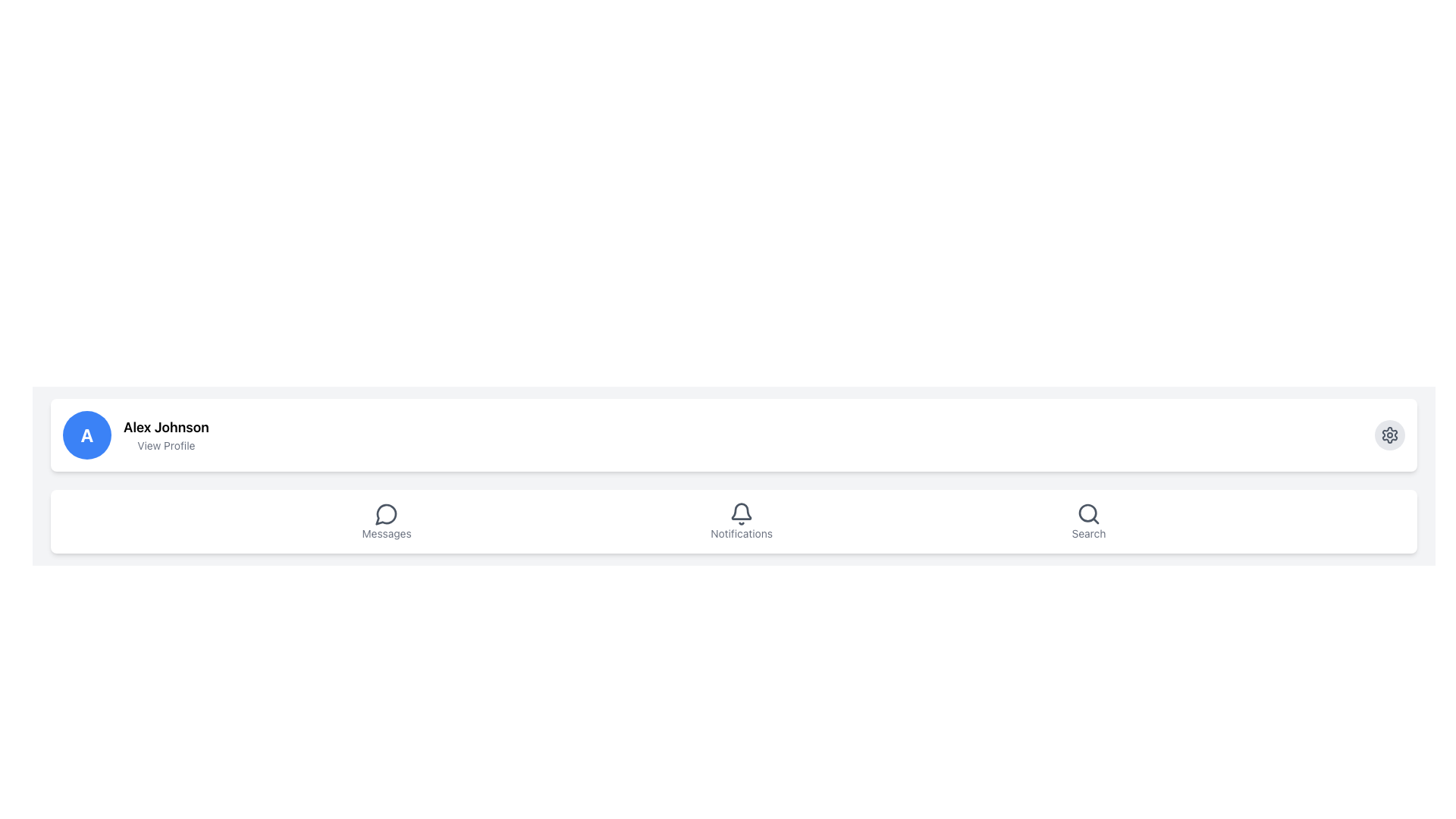 The image size is (1456, 819). Describe the element at coordinates (1087, 533) in the screenshot. I see `the 'Search' text label, which is styled in gray and positioned below a magnifying glass icon, serving as the label for the search feature` at that location.